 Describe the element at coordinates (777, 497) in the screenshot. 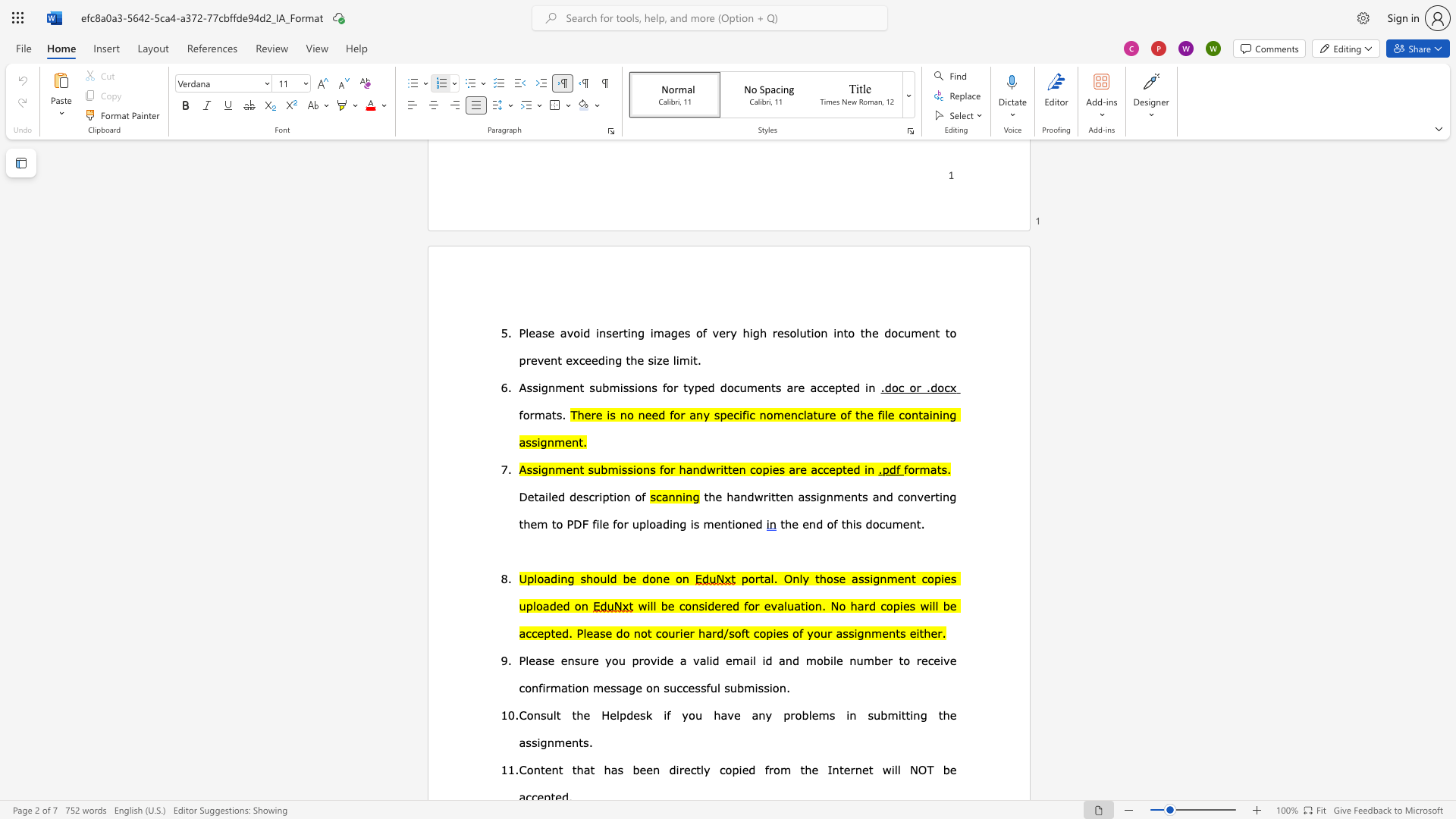

I see `the 3th character "t" in the text` at that location.